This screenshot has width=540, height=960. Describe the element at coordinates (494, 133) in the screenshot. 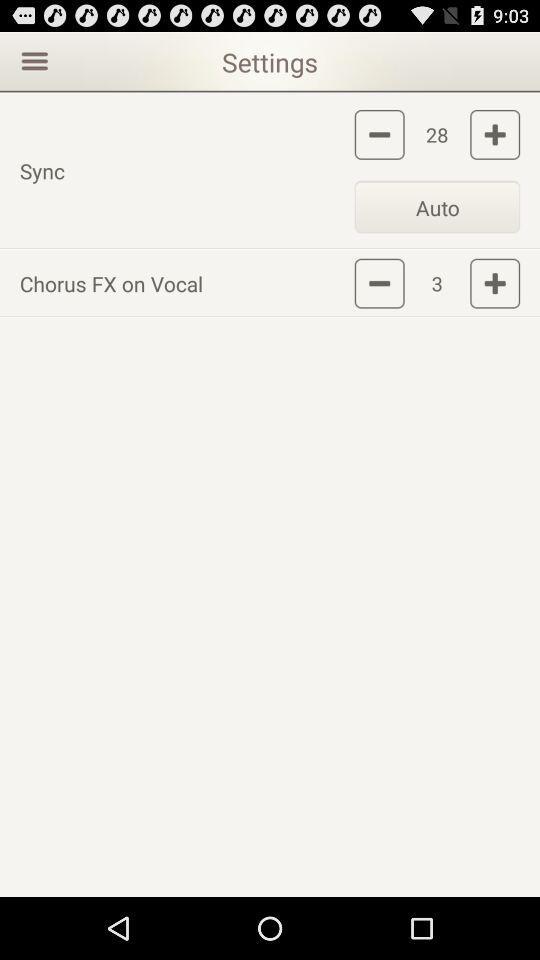

I see `sync setting` at that location.